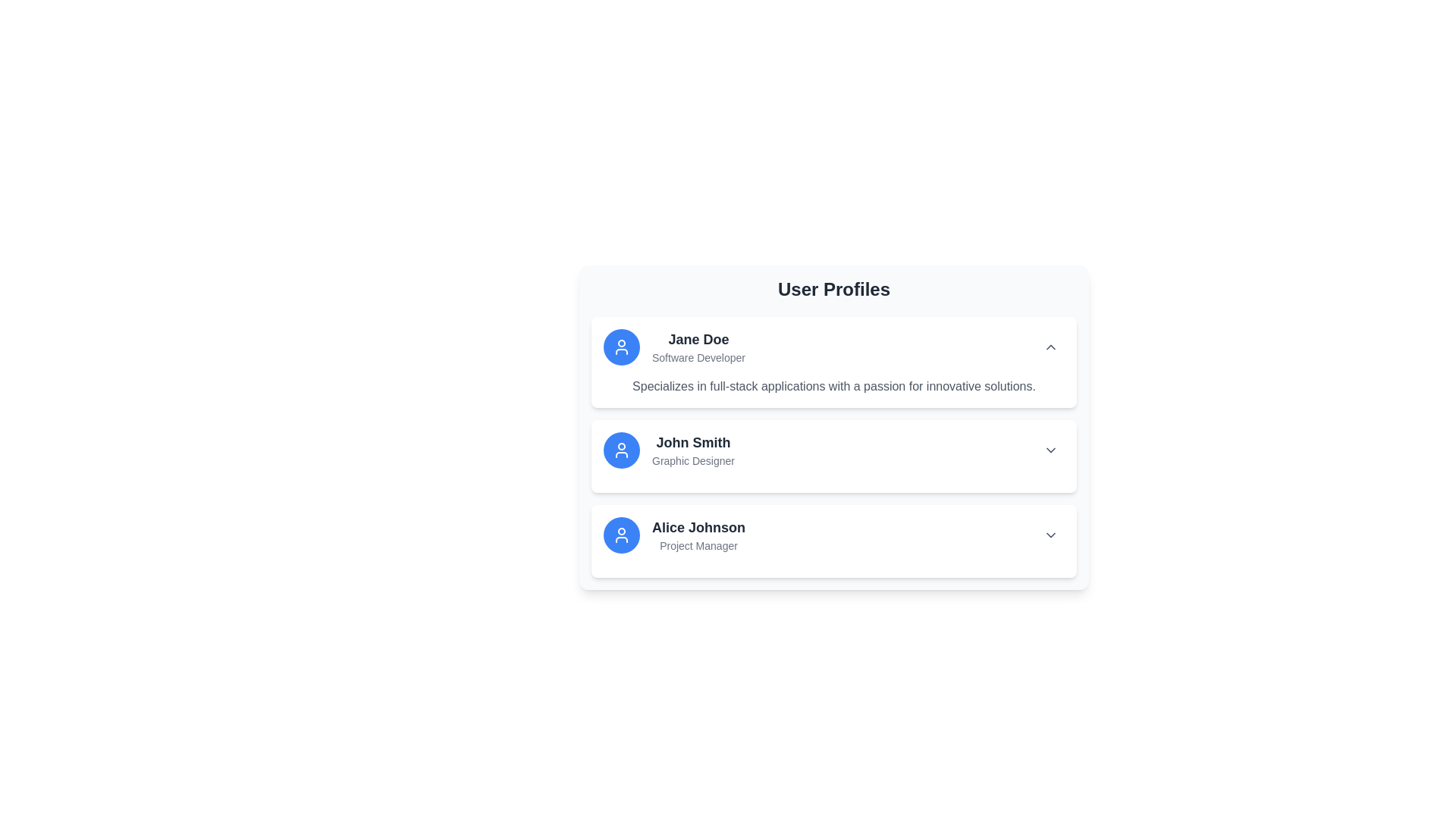  What do you see at coordinates (1050, 534) in the screenshot?
I see `the downward-pointing chevron Toggle Icon located in the user profile section under 'Alice Johnson'` at bounding box center [1050, 534].